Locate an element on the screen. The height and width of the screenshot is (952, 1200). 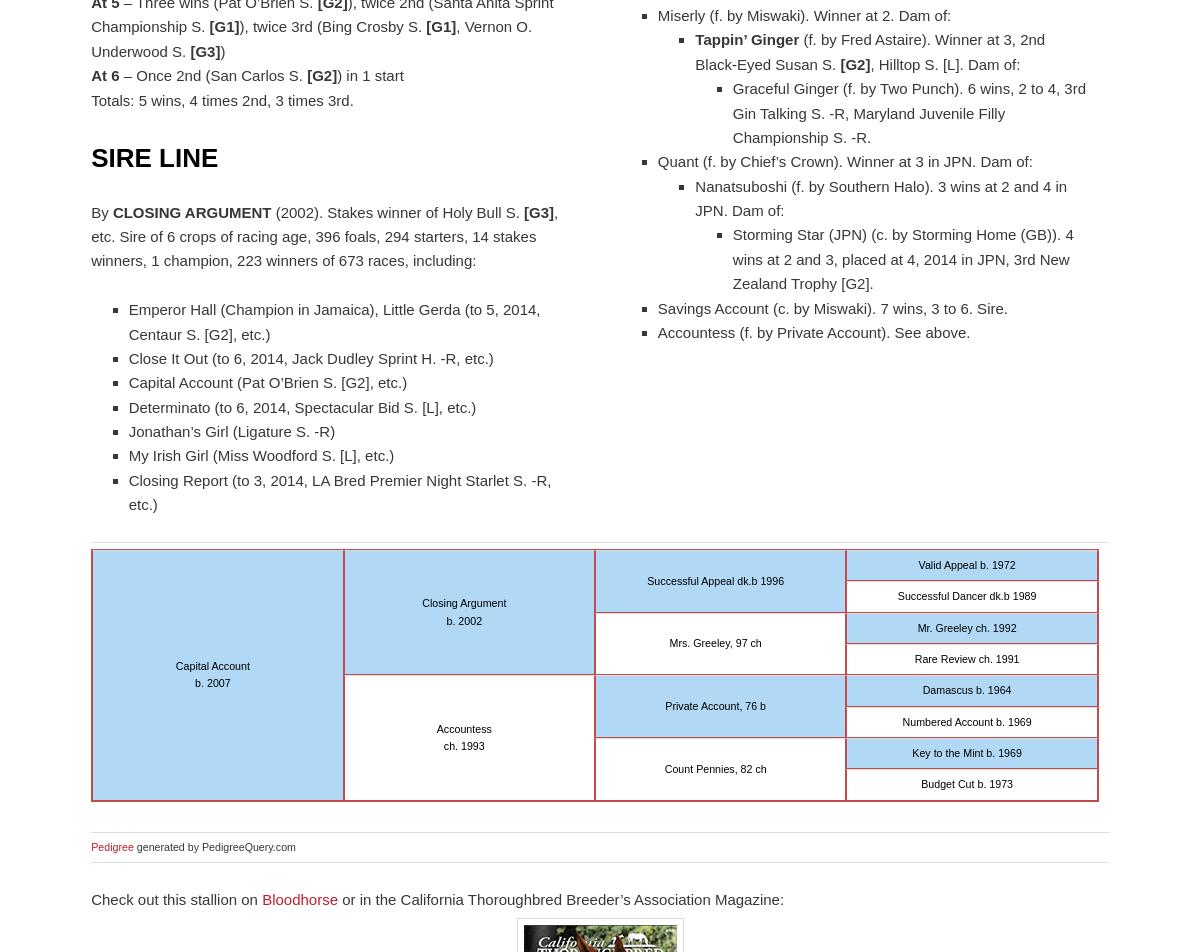
') in 1 start' is located at coordinates (336, 75).